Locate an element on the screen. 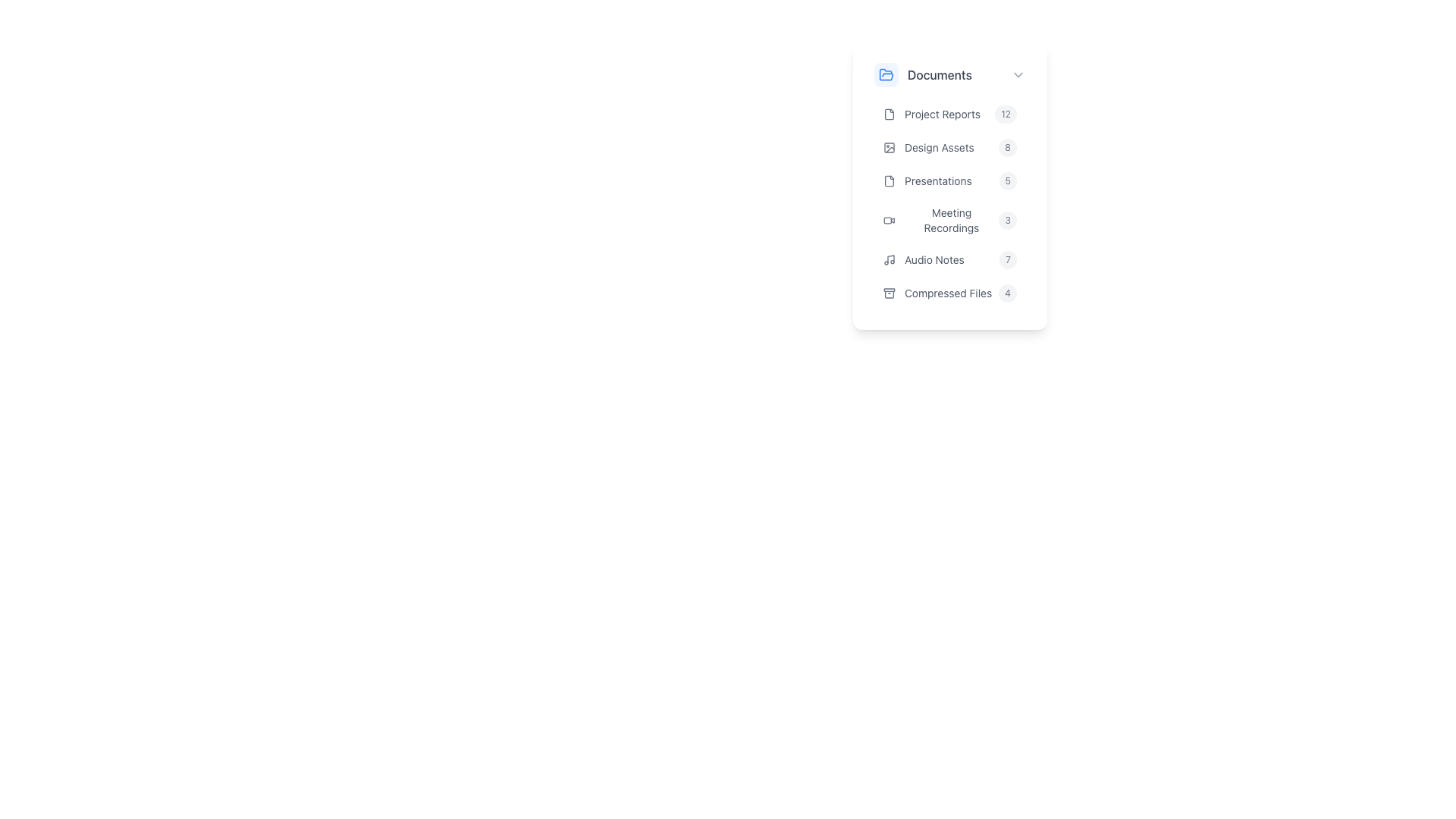  the first list item representing 'Project Reports' in the navigational list is located at coordinates (949, 113).